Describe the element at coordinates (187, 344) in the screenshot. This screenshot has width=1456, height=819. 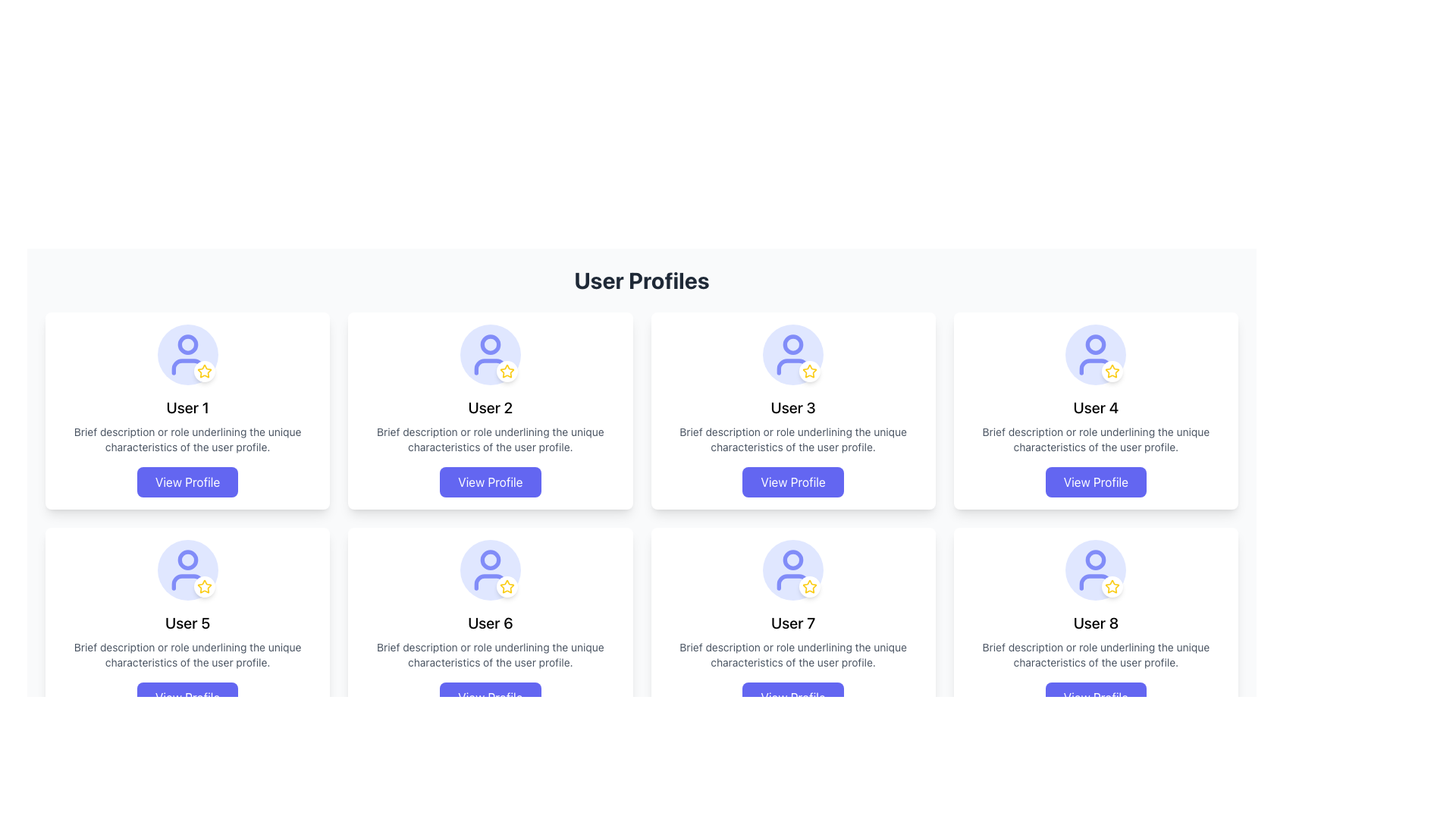
I see `the decorative shape within the SVG icon located in the circular user icon at the top middle of the profile card, which is in the second position of the first row of the grid` at that location.